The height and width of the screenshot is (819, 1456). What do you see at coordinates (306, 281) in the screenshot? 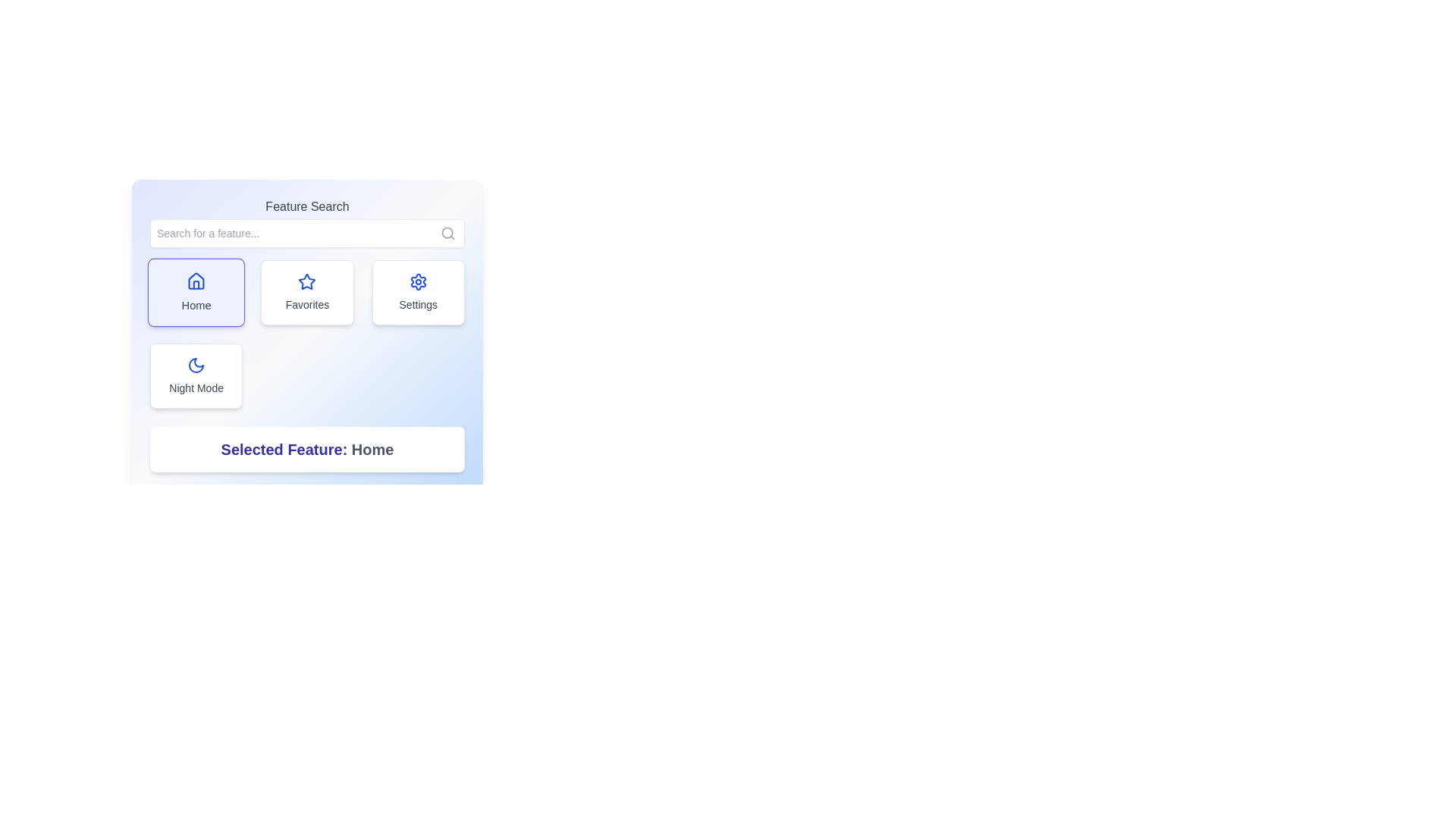
I see `the star icon with a blue outline located in the second button of the top row of a three-button grid` at bounding box center [306, 281].